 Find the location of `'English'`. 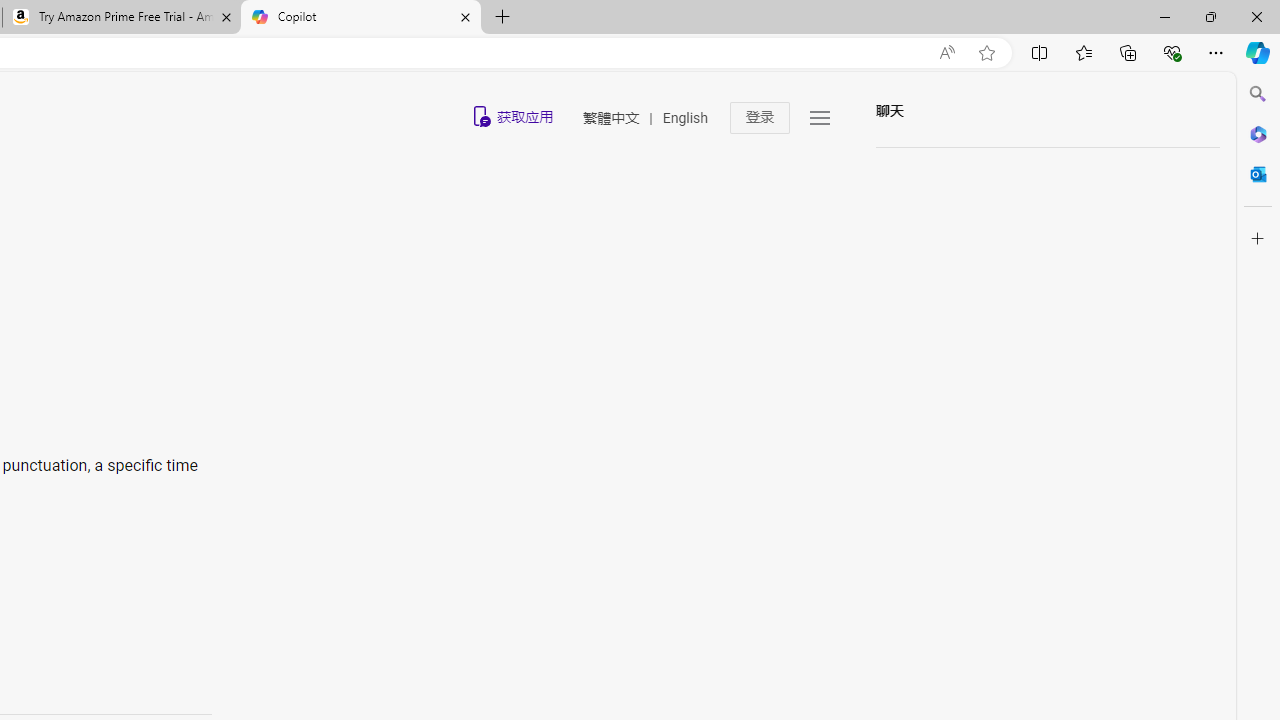

'English' is located at coordinates (684, 118).